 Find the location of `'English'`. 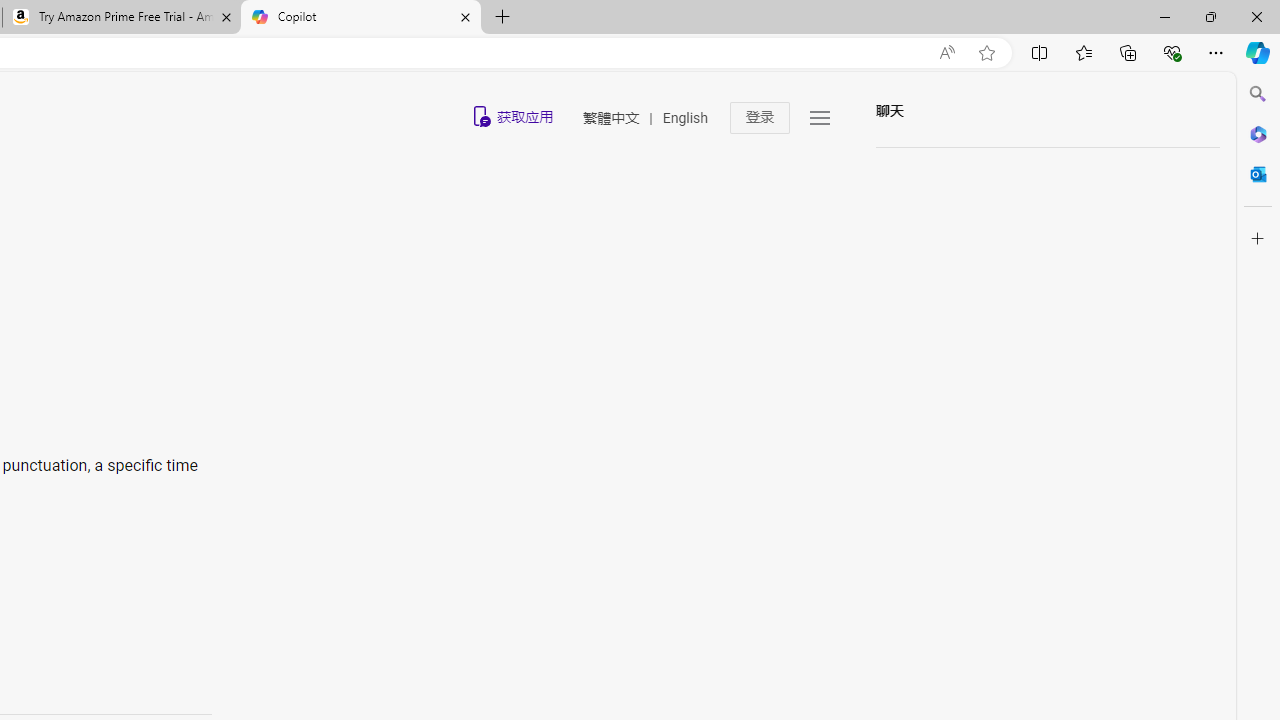

'English' is located at coordinates (684, 118).